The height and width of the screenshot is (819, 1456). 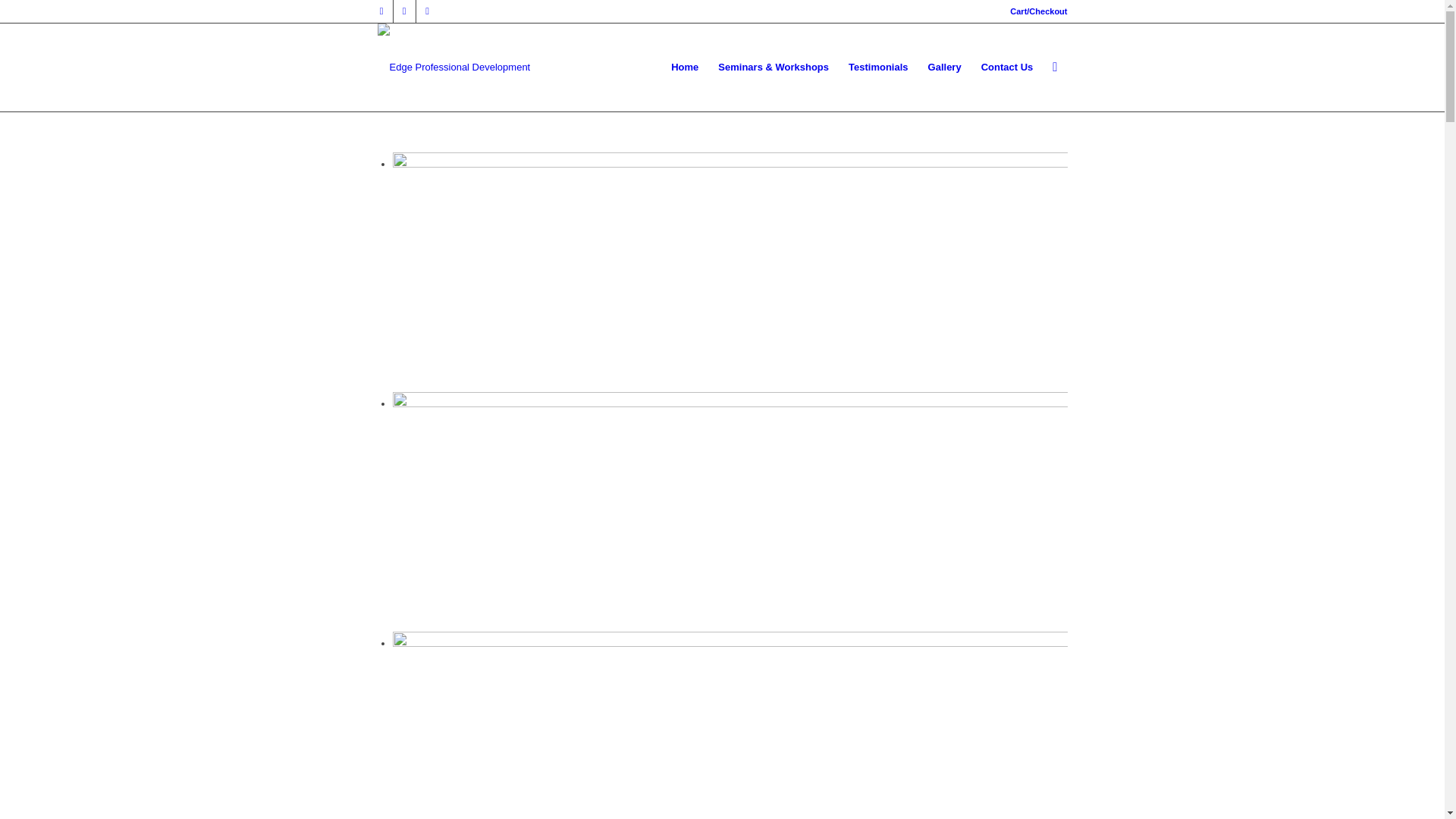 I want to click on 'Seminars & Workshops', so click(x=708, y=66).